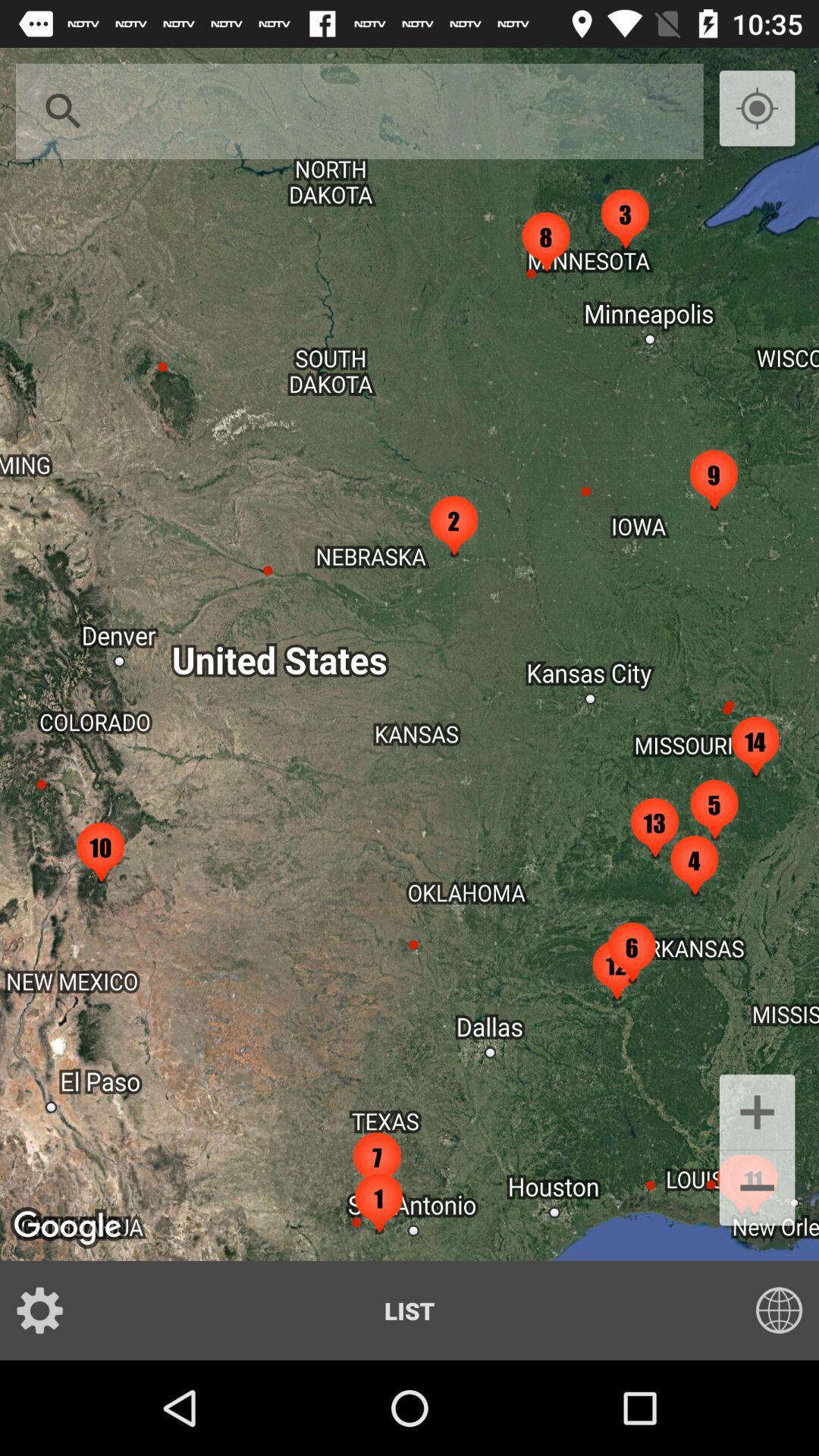  Describe the element at coordinates (409, 1310) in the screenshot. I see `the list item` at that location.